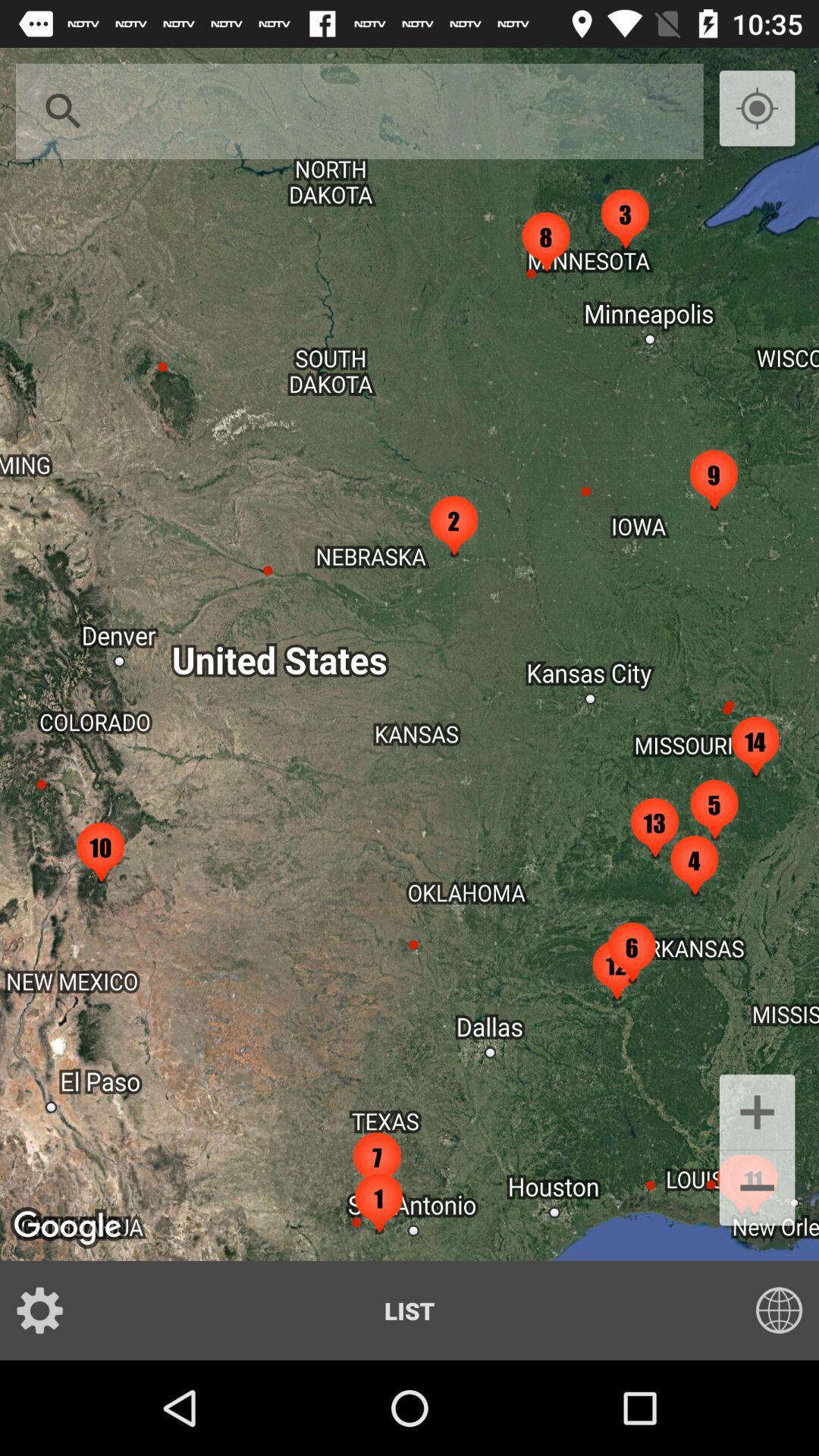  Describe the element at coordinates (409, 1310) in the screenshot. I see `the list item` at that location.